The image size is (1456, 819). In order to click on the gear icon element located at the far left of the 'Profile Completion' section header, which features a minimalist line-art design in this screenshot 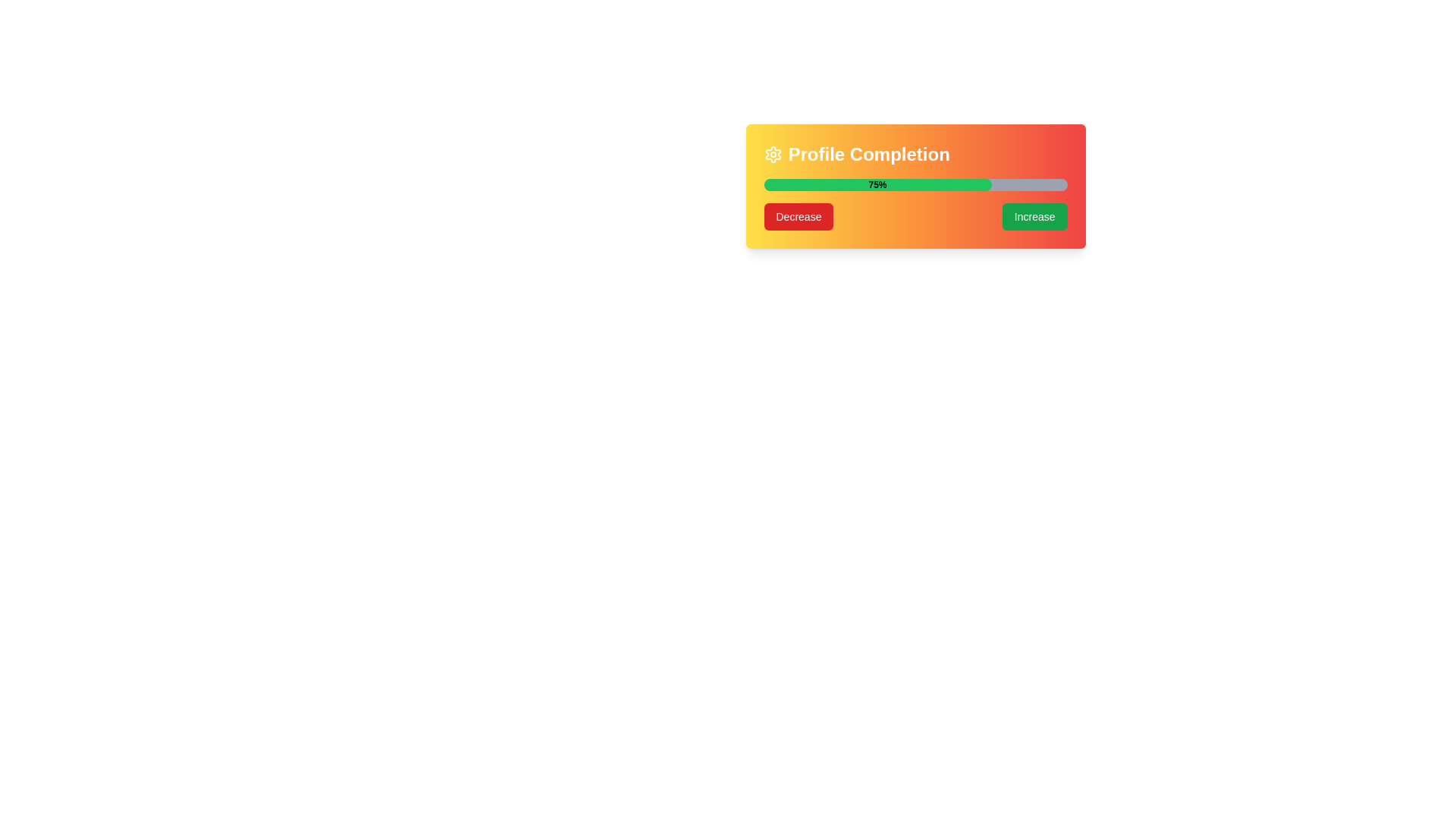, I will do `click(773, 155)`.